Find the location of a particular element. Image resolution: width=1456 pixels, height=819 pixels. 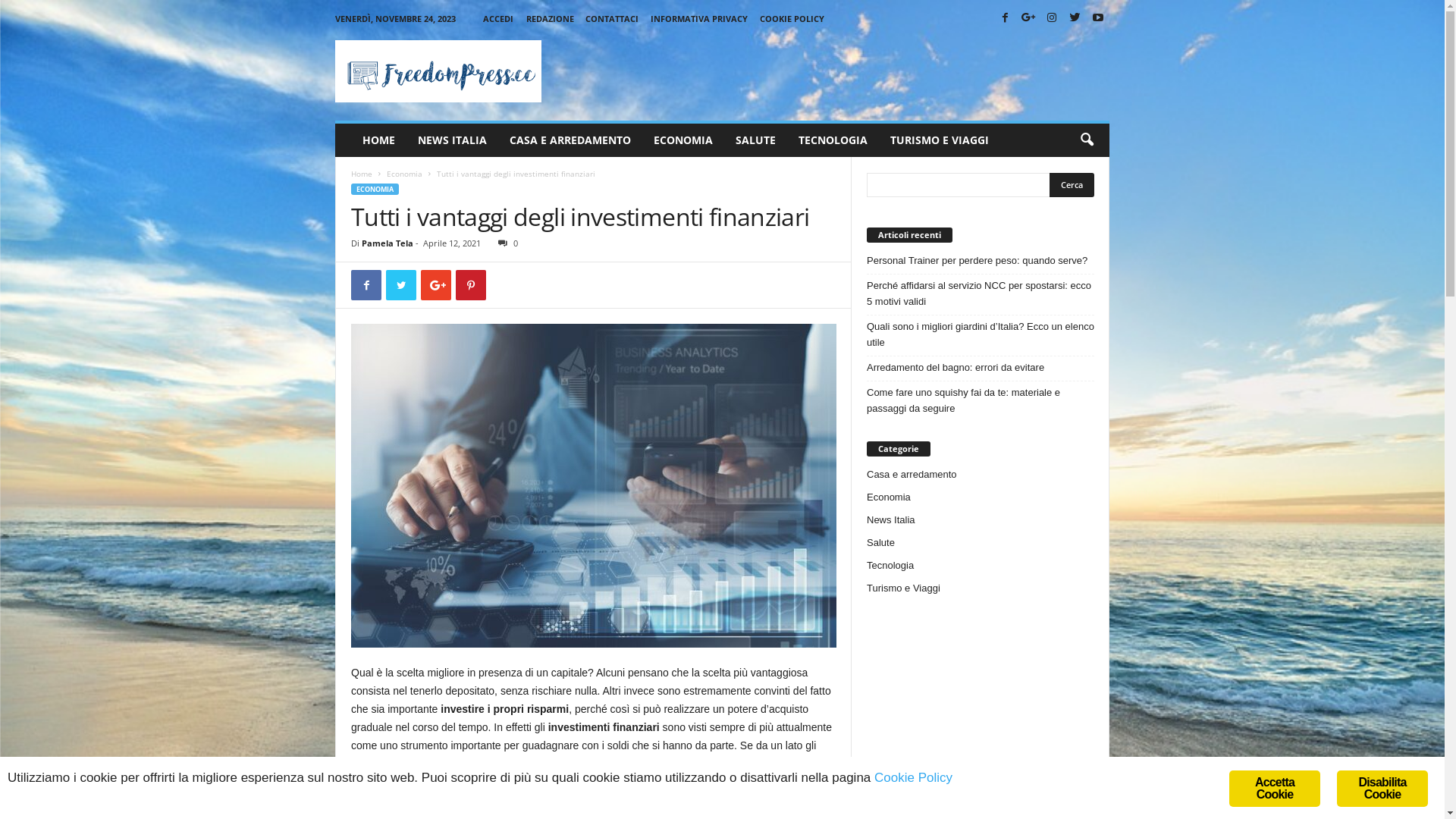

'Arredamento del bagno: errori da evitare' is located at coordinates (866, 367).